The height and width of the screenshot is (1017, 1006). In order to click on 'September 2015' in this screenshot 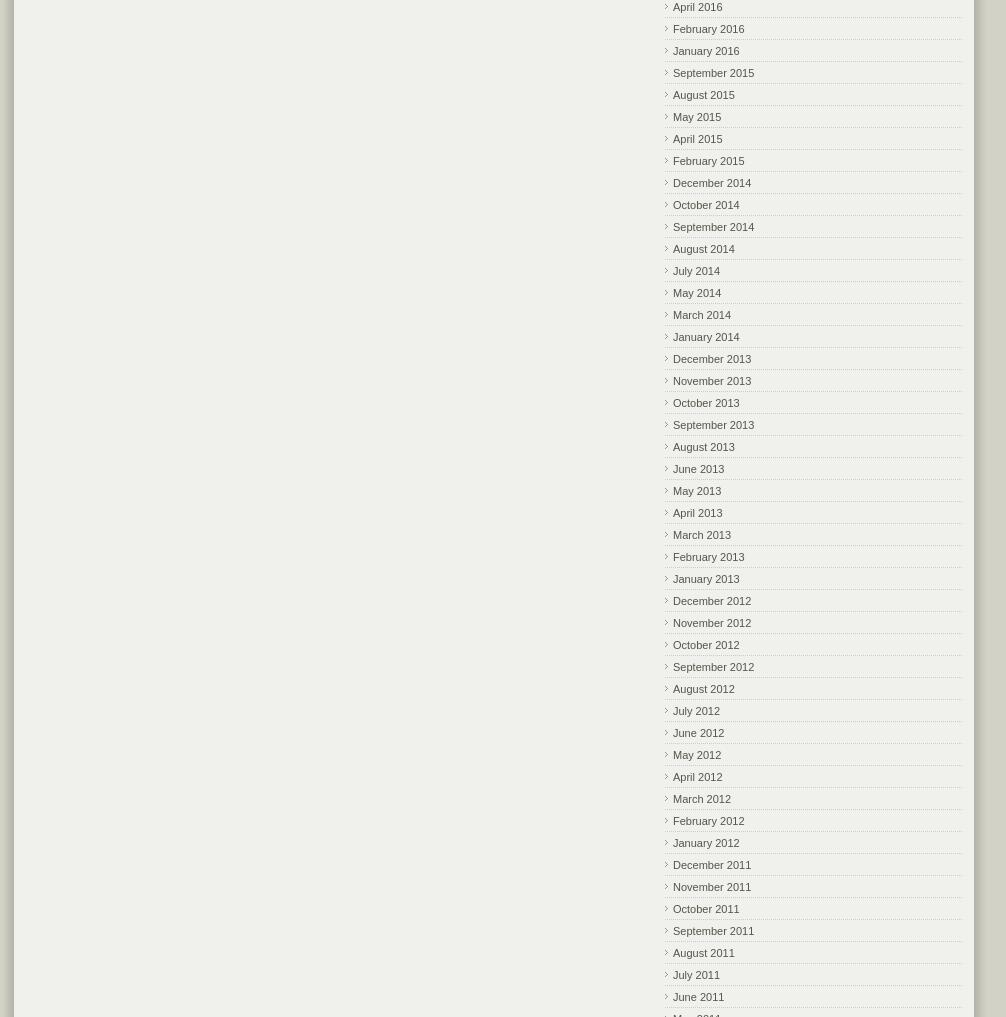, I will do `click(713, 72)`.